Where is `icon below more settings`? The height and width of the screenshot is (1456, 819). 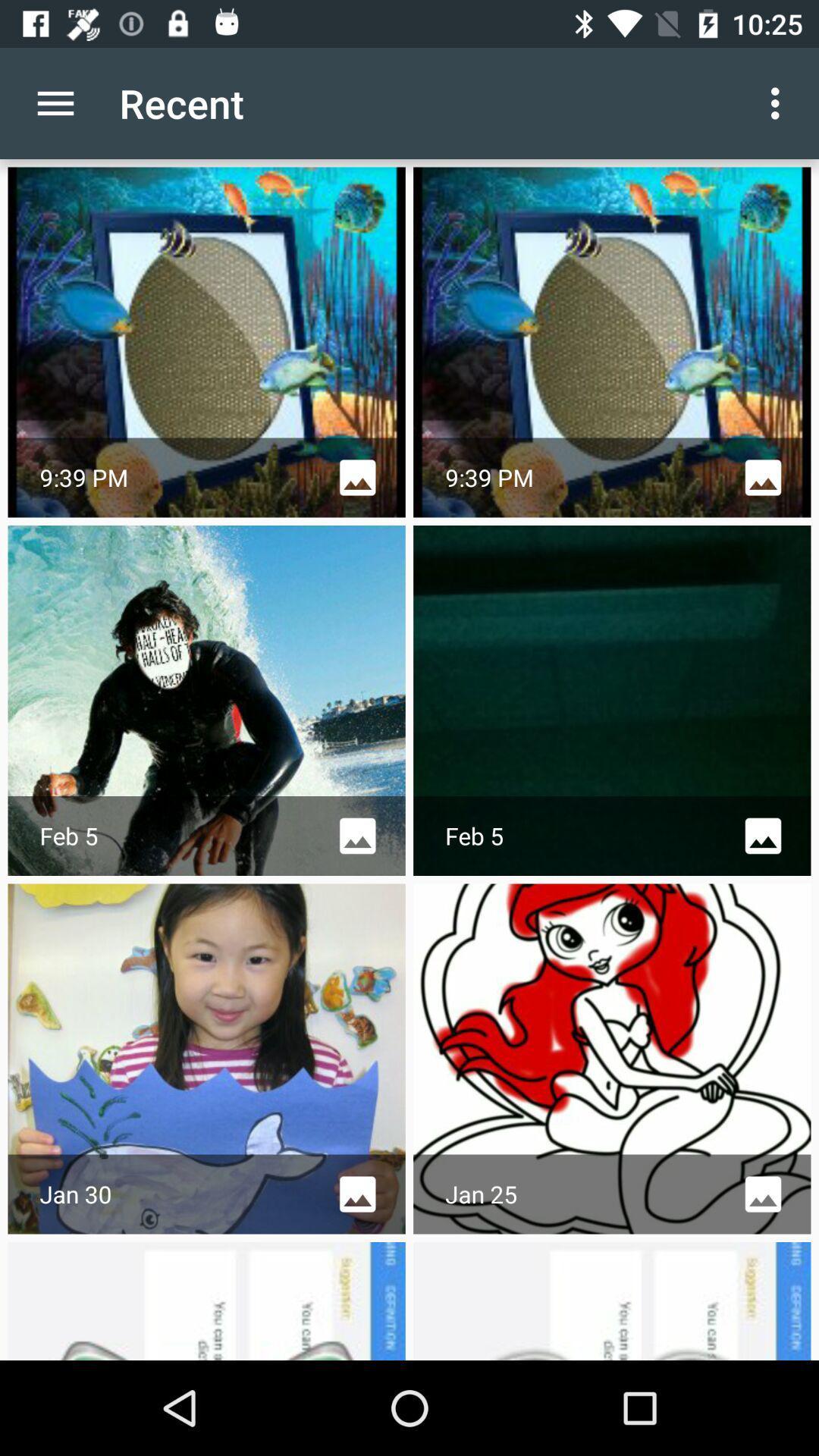 icon below more settings is located at coordinates (611, 341).